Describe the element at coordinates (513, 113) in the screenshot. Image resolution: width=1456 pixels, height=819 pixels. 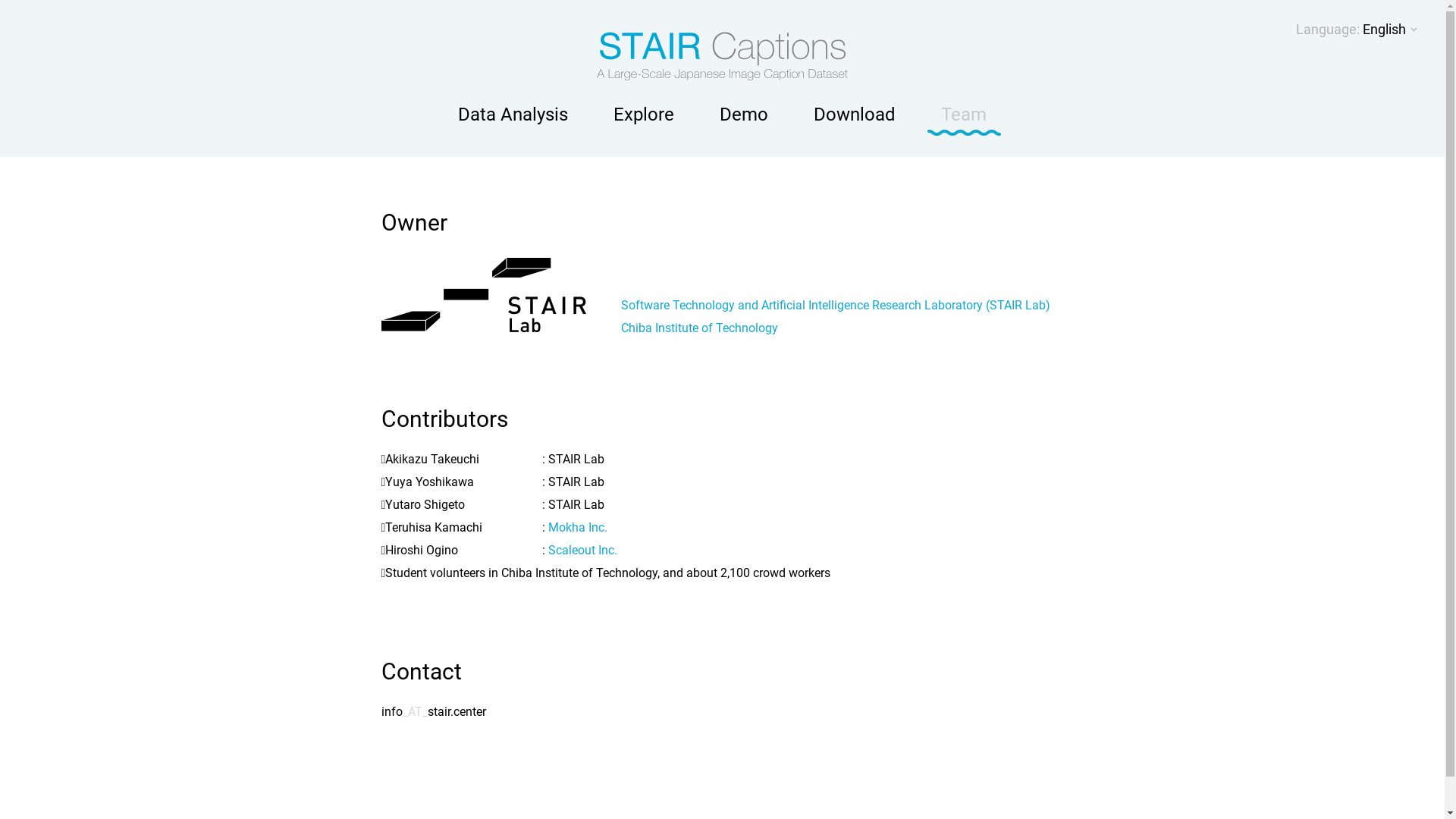
I see `'Data Analysis'` at that location.